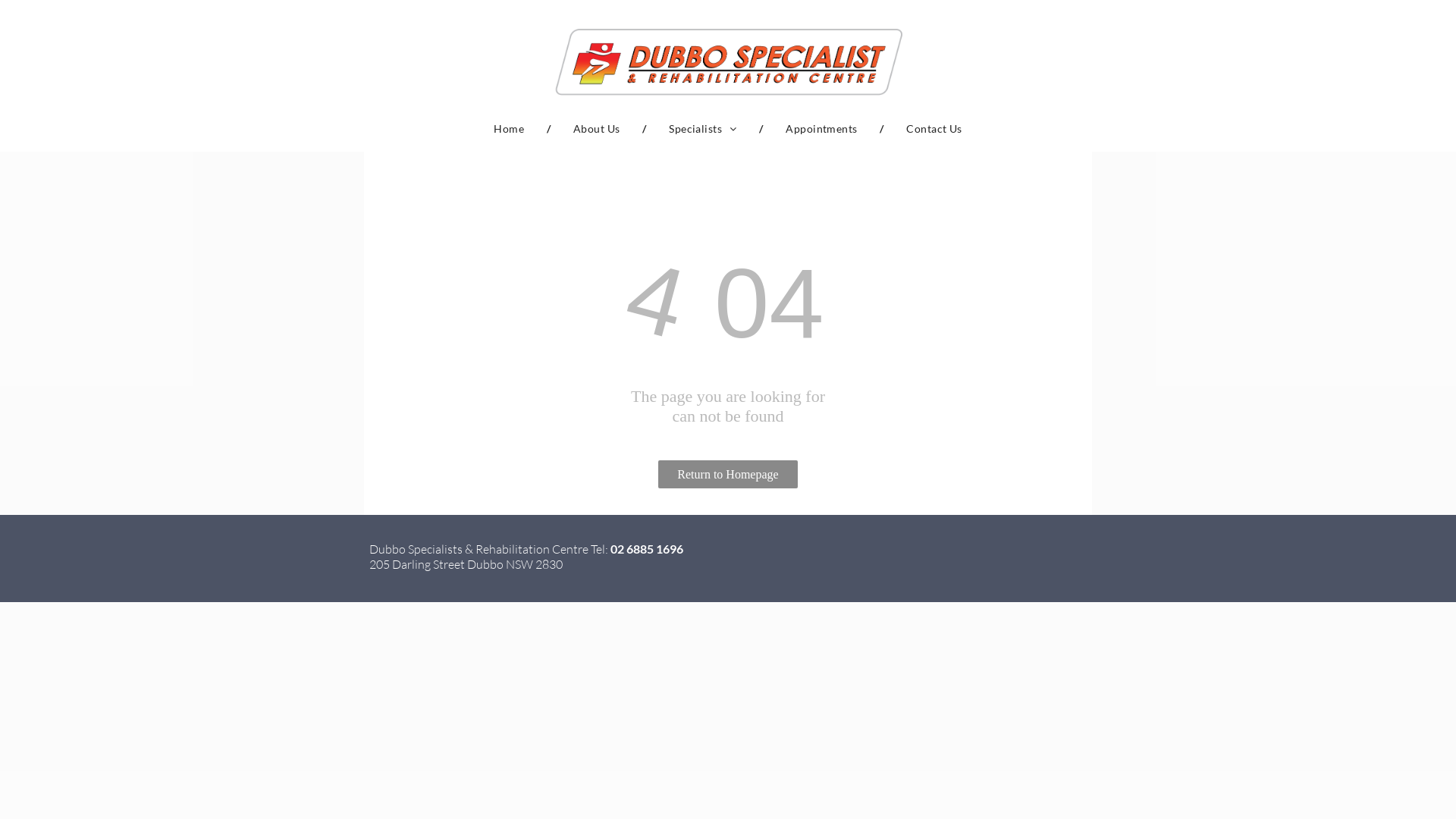  Describe the element at coordinates (821, 127) in the screenshot. I see `'Appointments'` at that location.